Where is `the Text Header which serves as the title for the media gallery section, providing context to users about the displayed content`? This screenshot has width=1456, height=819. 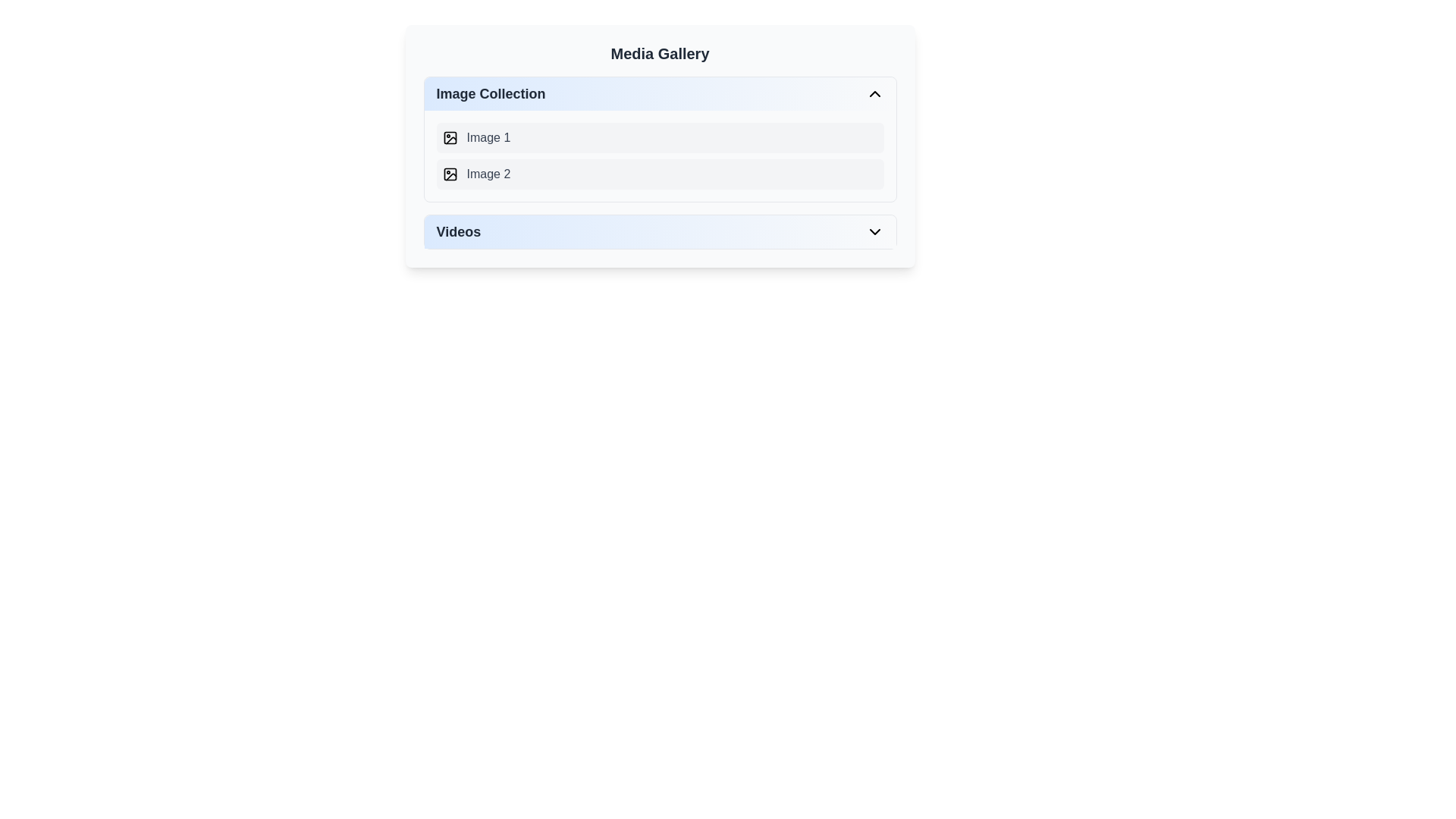 the Text Header which serves as the title for the media gallery section, providing context to users about the displayed content is located at coordinates (660, 52).